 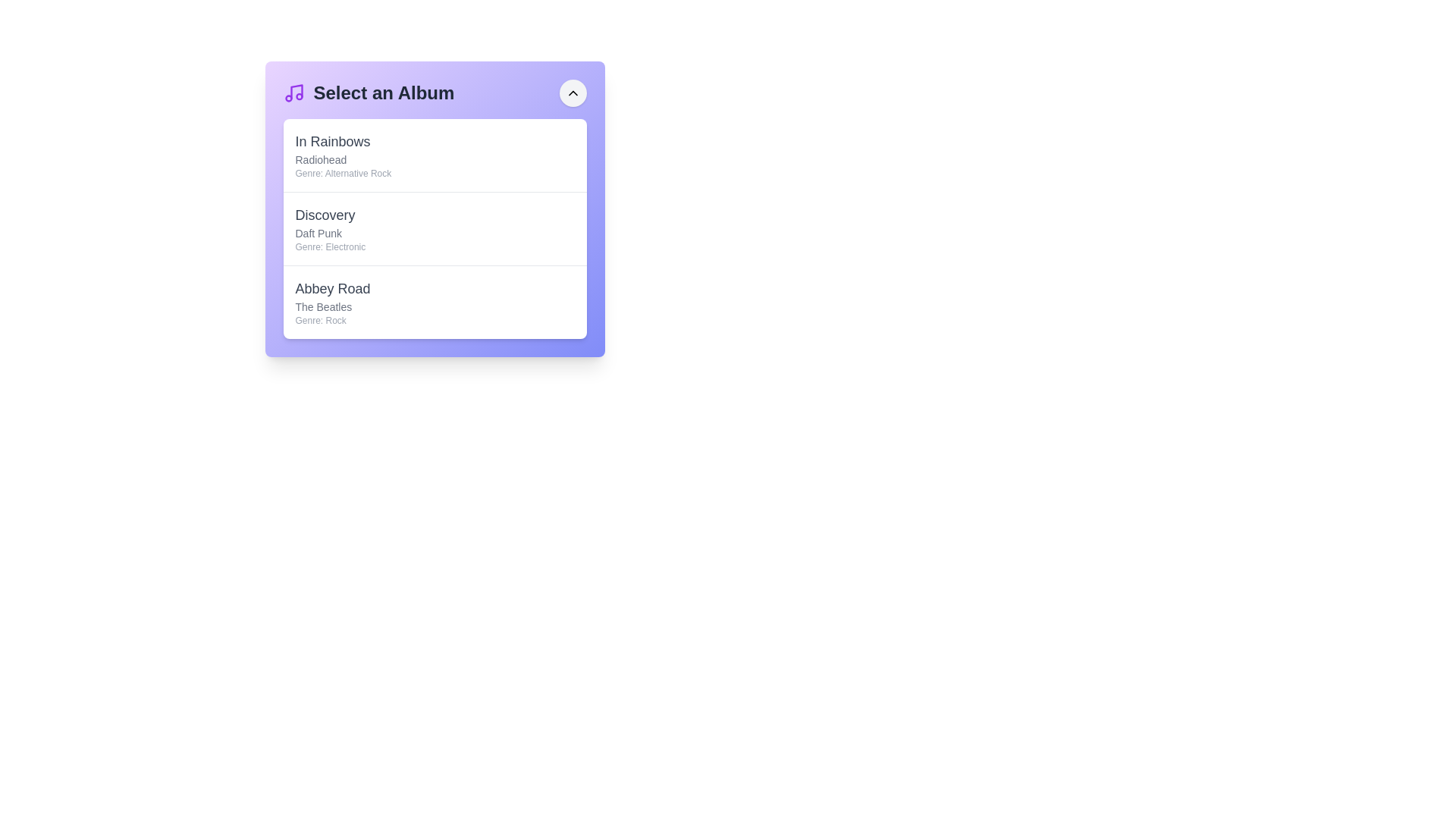 I want to click on the artist name label for the album 'Discovery', which is the middle item in a vertical arrangement of album details, so click(x=329, y=234).